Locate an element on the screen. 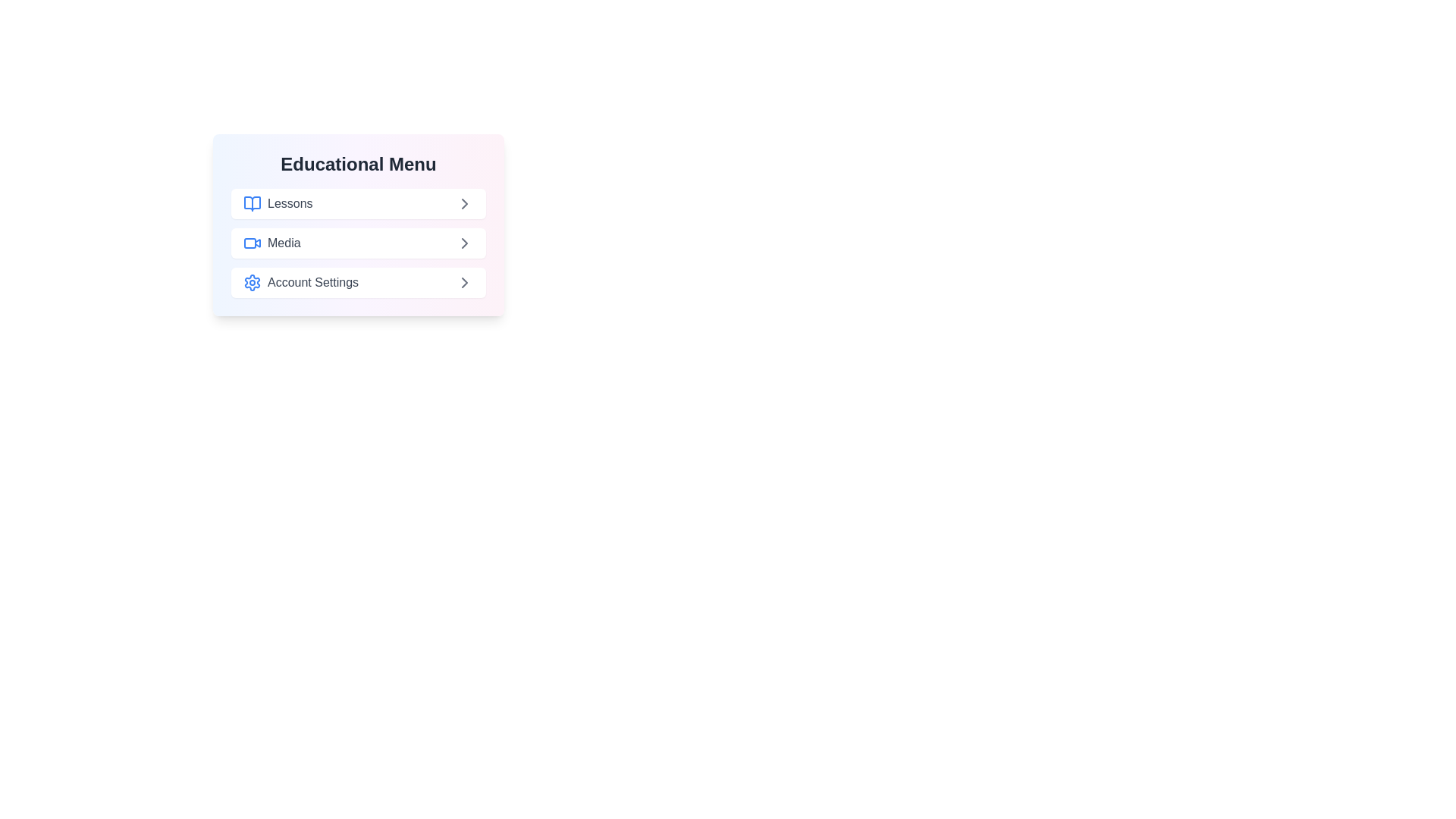  the actionable icon located to the right of the 'Media' menu item in the Educational Menu interface is located at coordinates (464, 242).